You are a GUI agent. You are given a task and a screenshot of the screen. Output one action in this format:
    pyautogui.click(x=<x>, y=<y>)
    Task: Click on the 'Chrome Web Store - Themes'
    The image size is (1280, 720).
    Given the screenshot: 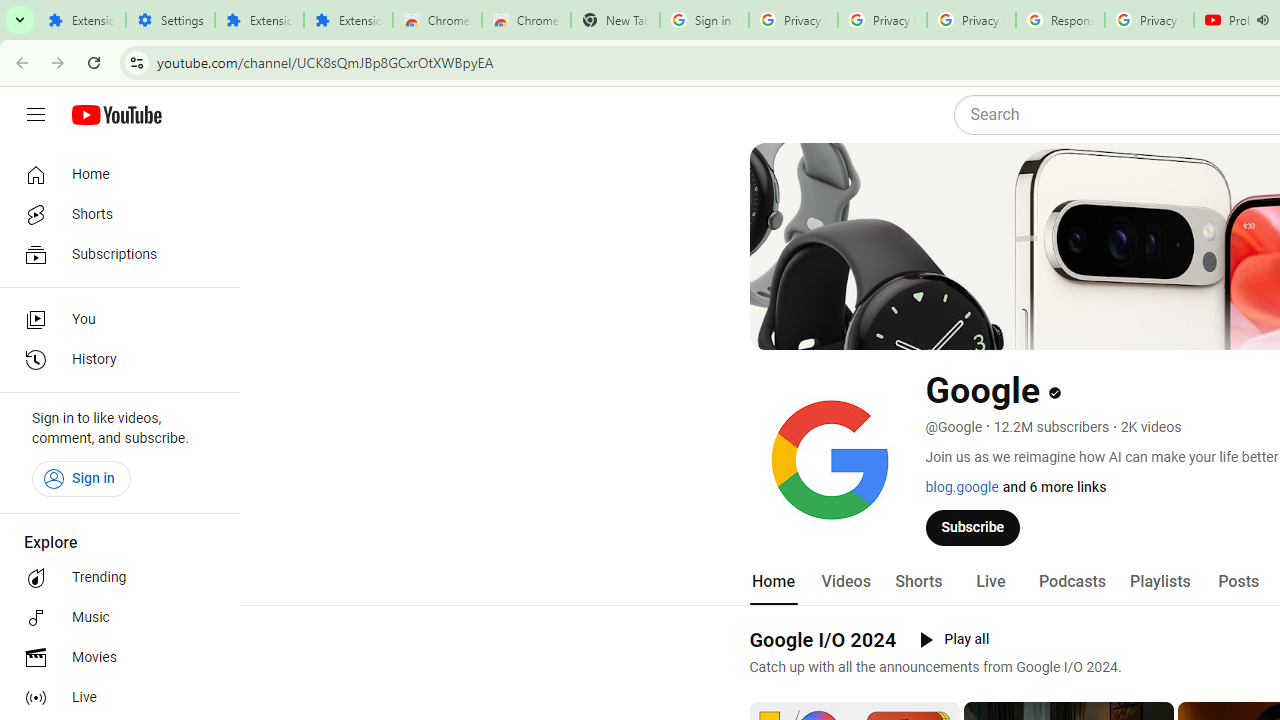 What is the action you would take?
    pyautogui.click(x=526, y=20)
    